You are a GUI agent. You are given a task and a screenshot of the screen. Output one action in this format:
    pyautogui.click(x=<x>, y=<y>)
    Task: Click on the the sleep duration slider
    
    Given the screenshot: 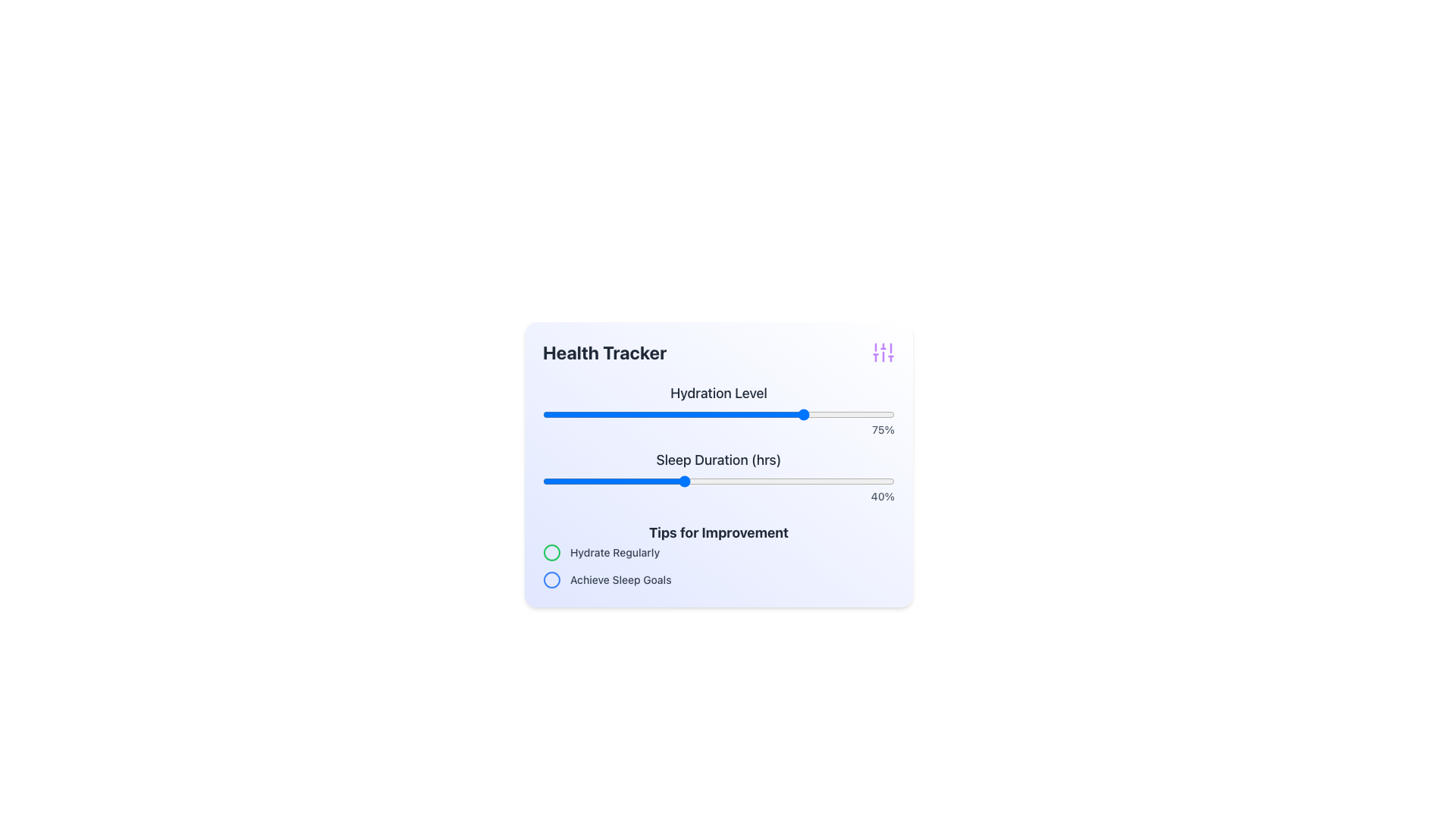 What is the action you would take?
    pyautogui.click(x=827, y=482)
    